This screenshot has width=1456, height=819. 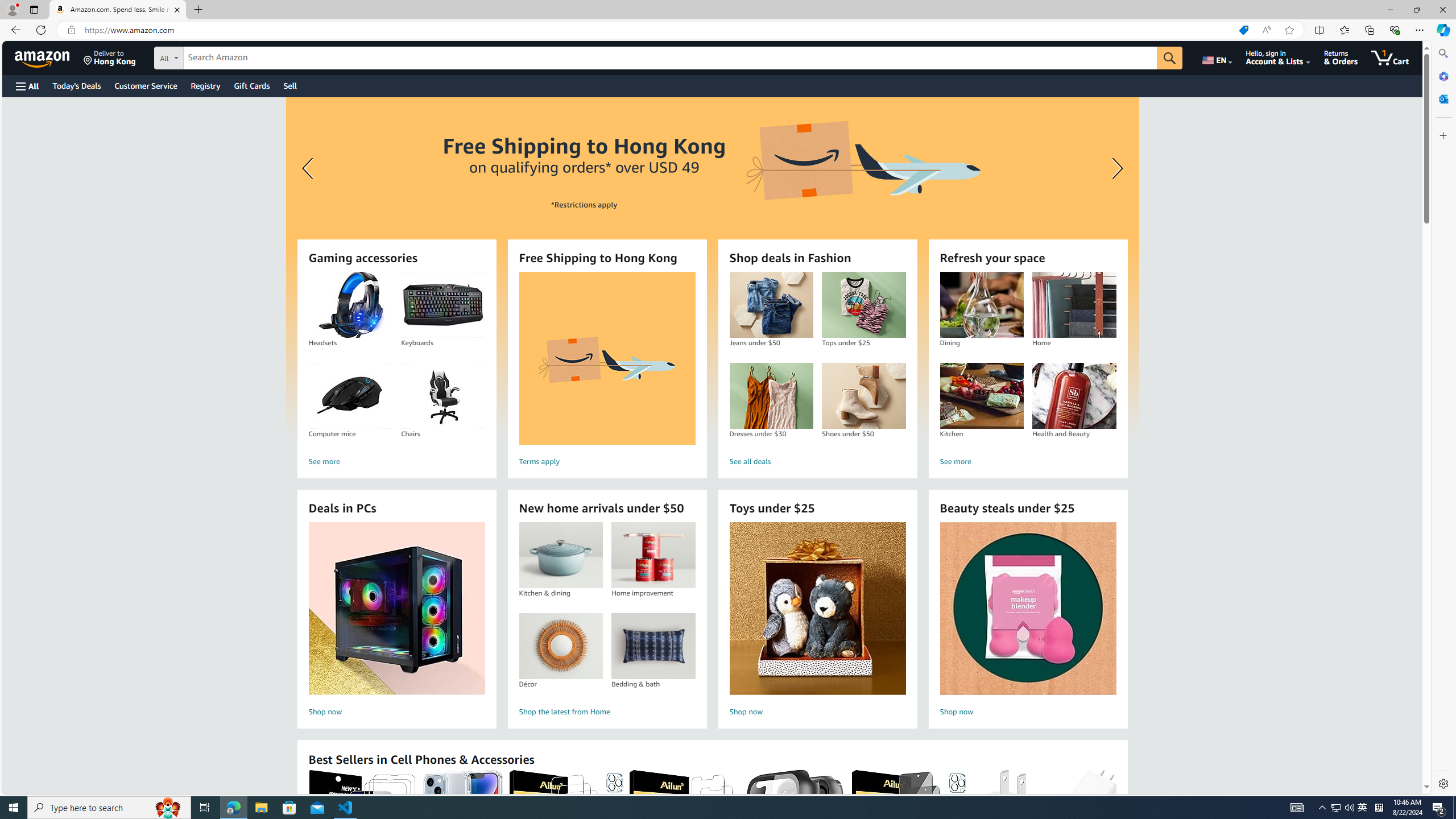 What do you see at coordinates (26, 85) in the screenshot?
I see `'Open Menu'` at bounding box center [26, 85].